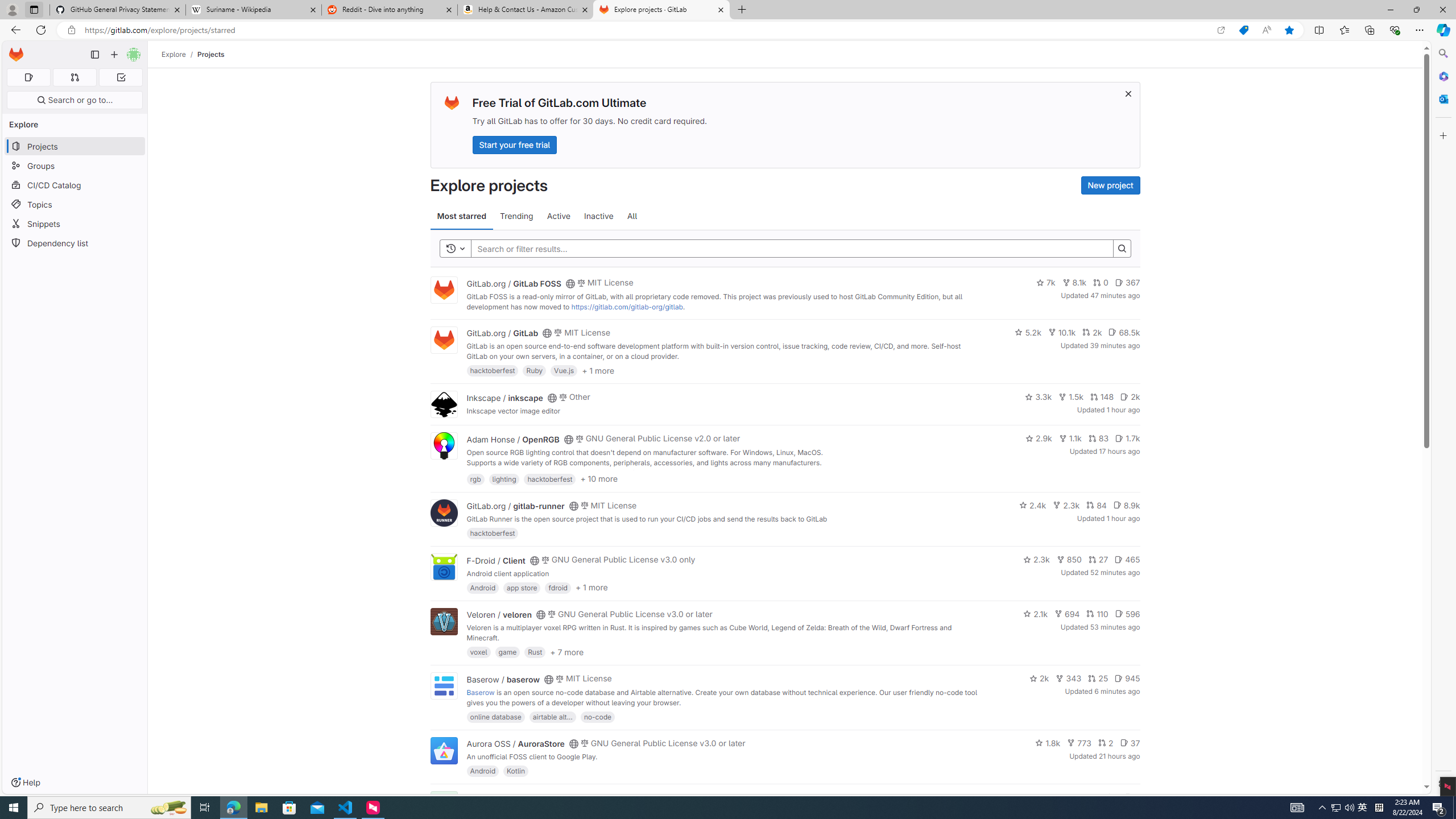 Image resolution: width=1456 pixels, height=819 pixels. Describe the element at coordinates (1079, 742) in the screenshot. I see `'773'` at that location.